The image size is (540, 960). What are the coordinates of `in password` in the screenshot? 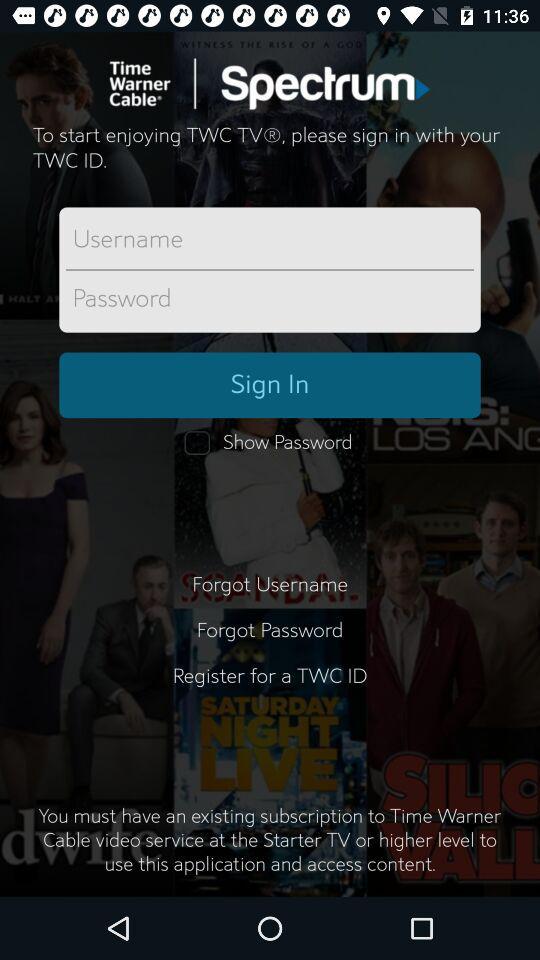 It's located at (270, 298).